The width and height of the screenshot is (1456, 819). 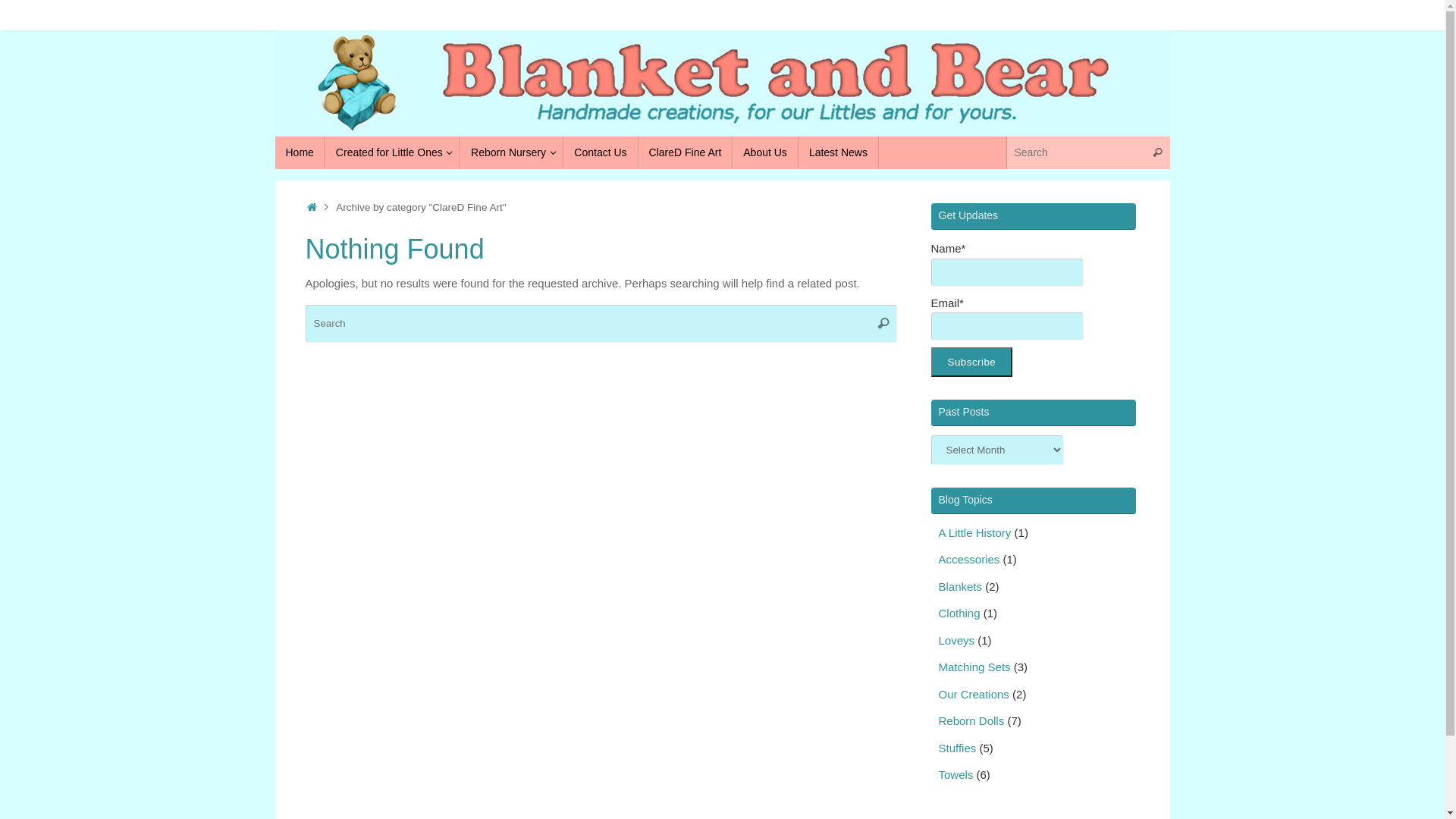 I want to click on 'About Us', so click(x=765, y=152).